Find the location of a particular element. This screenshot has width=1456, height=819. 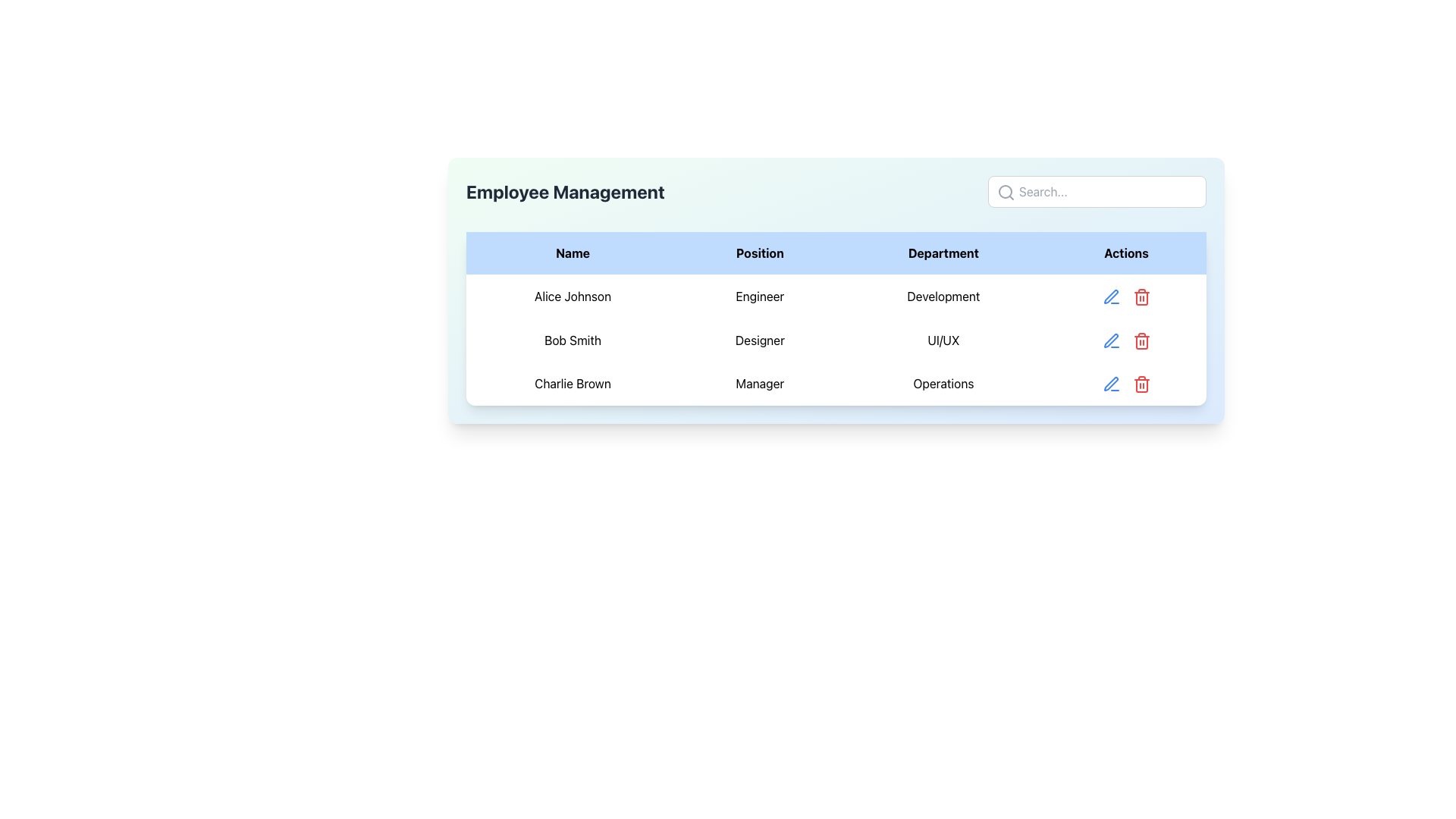

the static text label displaying 'Charlie Brown' in the 'Employee Management' table, located in the third row under the 'Name' column is located at coordinates (572, 383).